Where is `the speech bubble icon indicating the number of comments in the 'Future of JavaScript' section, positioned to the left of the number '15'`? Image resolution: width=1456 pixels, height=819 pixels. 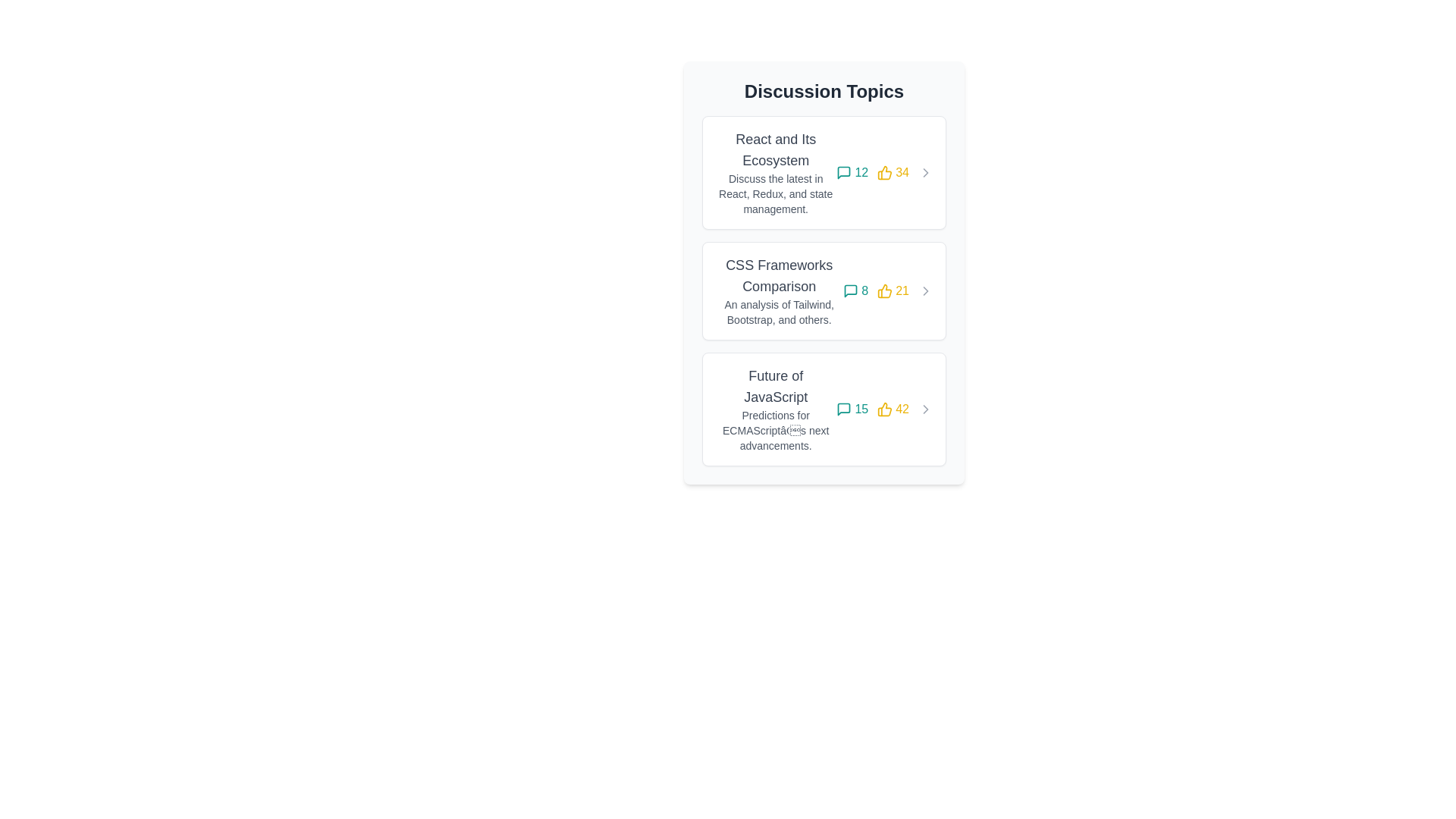
the speech bubble icon indicating the number of comments in the 'Future of JavaScript' section, positioned to the left of the number '15' is located at coordinates (843, 409).